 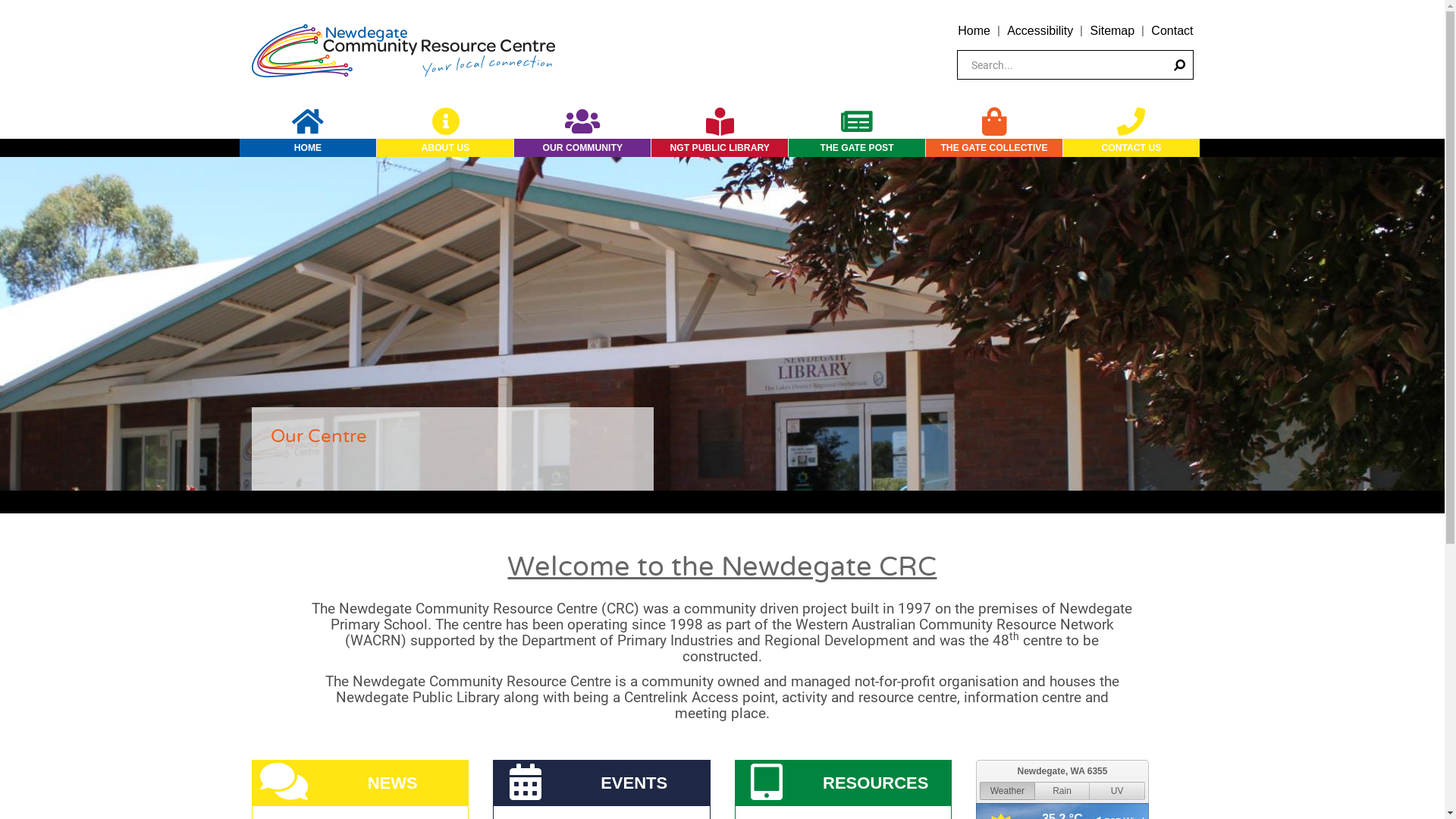 What do you see at coordinates (513, 148) in the screenshot?
I see `'OUR COMMUNITY'` at bounding box center [513, 148].